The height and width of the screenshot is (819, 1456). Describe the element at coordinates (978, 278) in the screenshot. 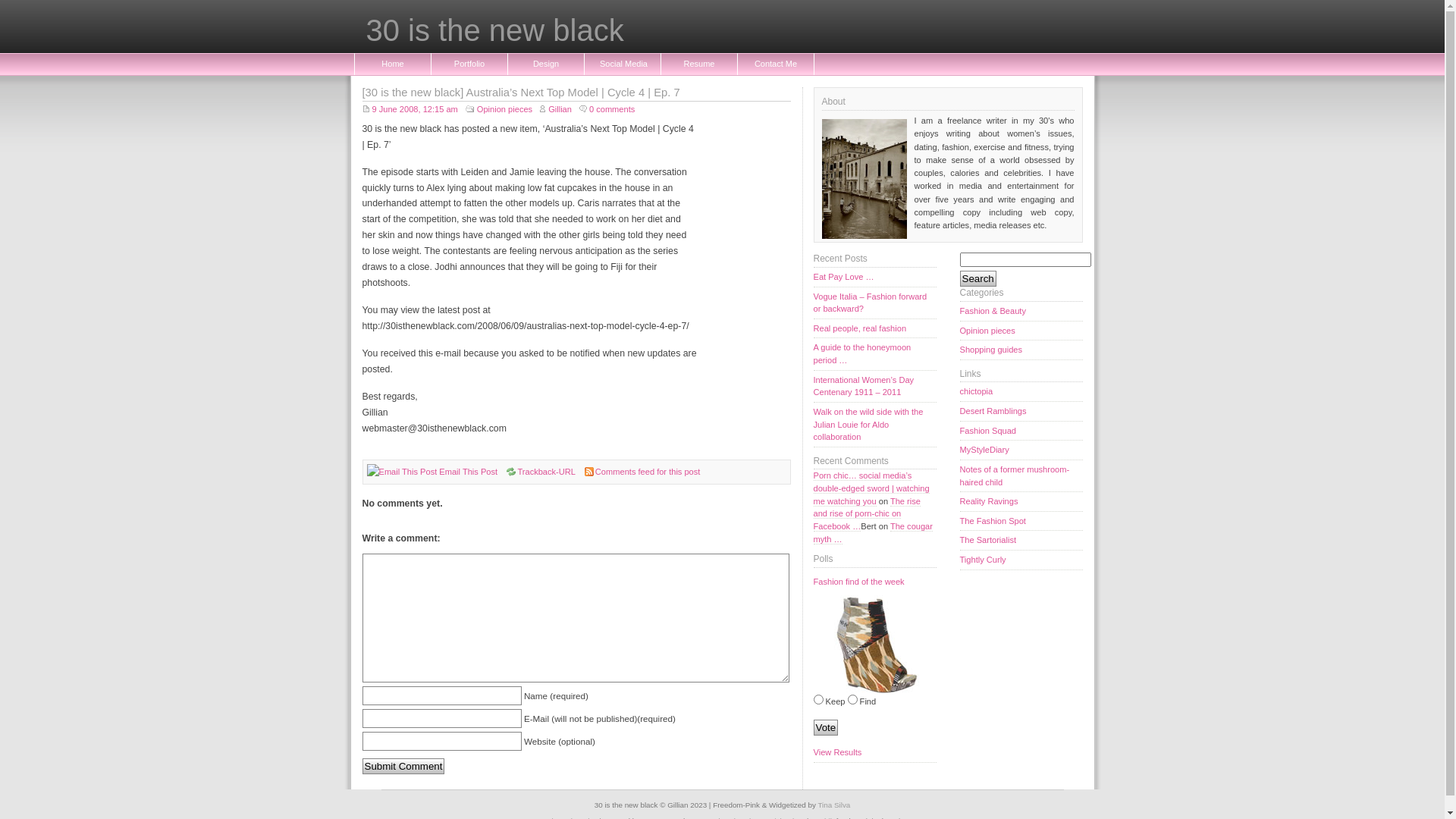

I see `'Search'` at that location.